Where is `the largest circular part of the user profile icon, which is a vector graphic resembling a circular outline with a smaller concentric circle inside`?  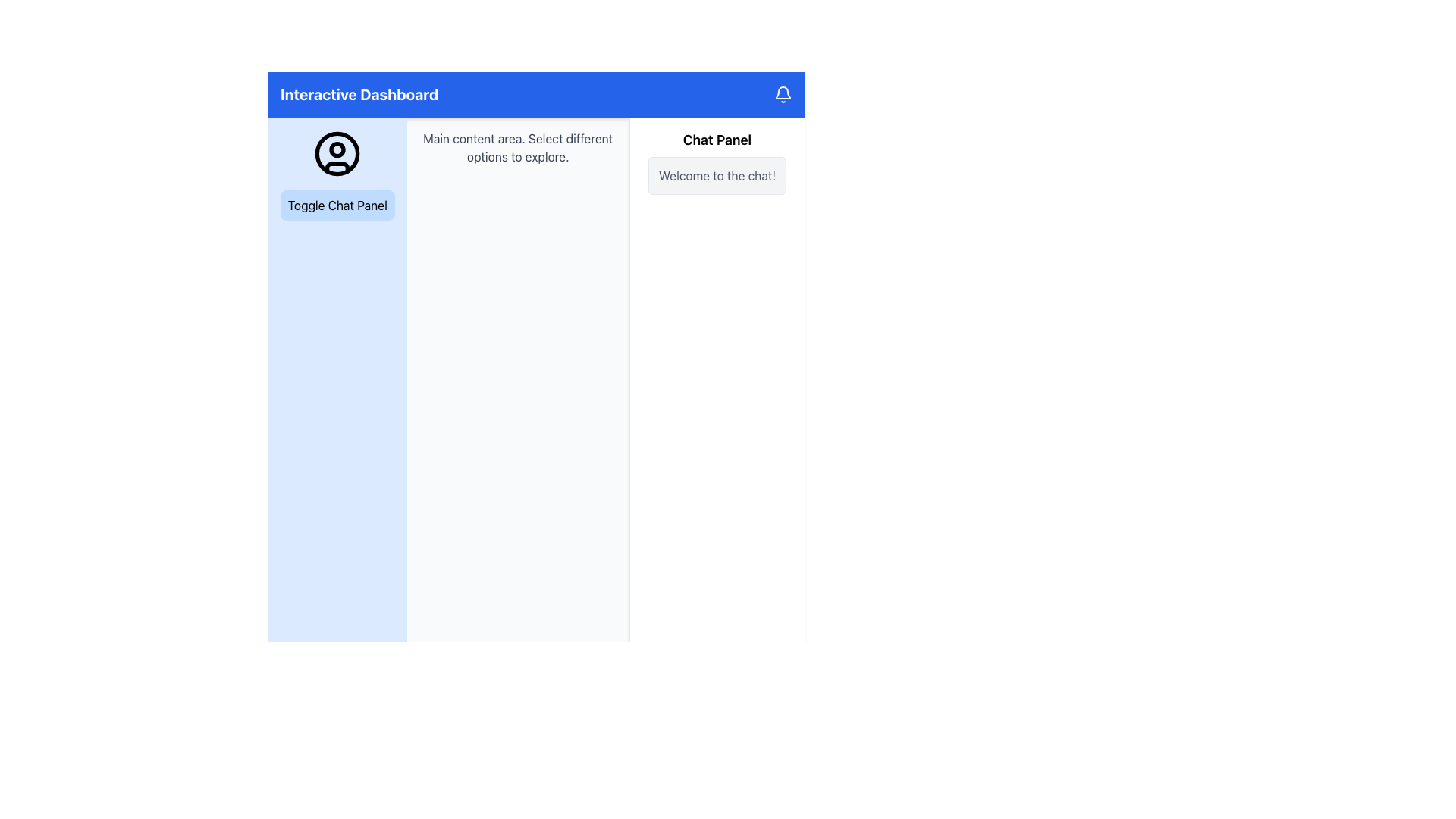
the largest circular part of the user profile icon, which is a vector graphic resembling a circular outline with a smaller concentric circle inside is located at coordinates (337, 154).